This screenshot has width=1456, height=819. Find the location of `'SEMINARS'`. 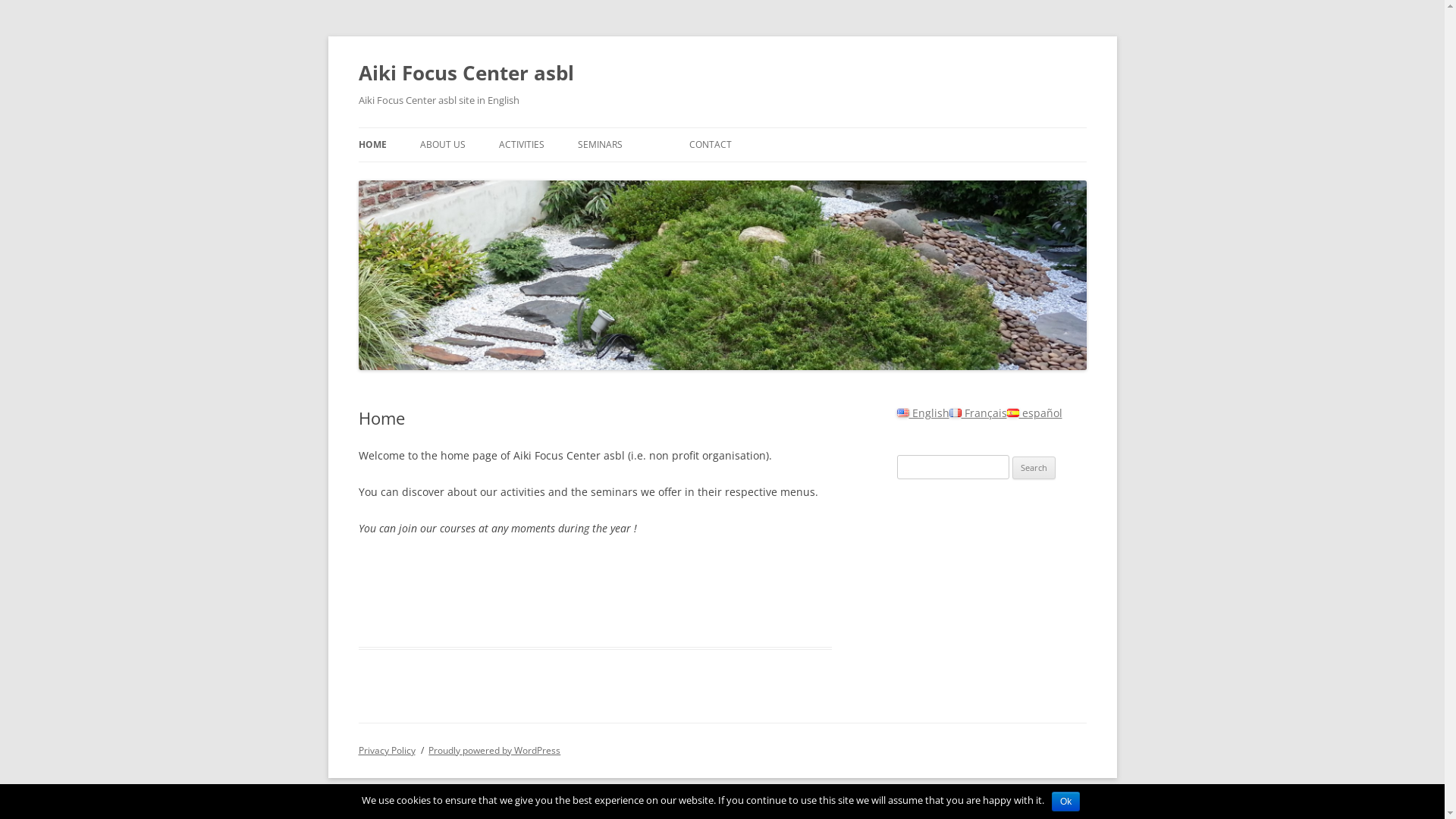

'SEMINARS' is located at coordinates (599, 145).